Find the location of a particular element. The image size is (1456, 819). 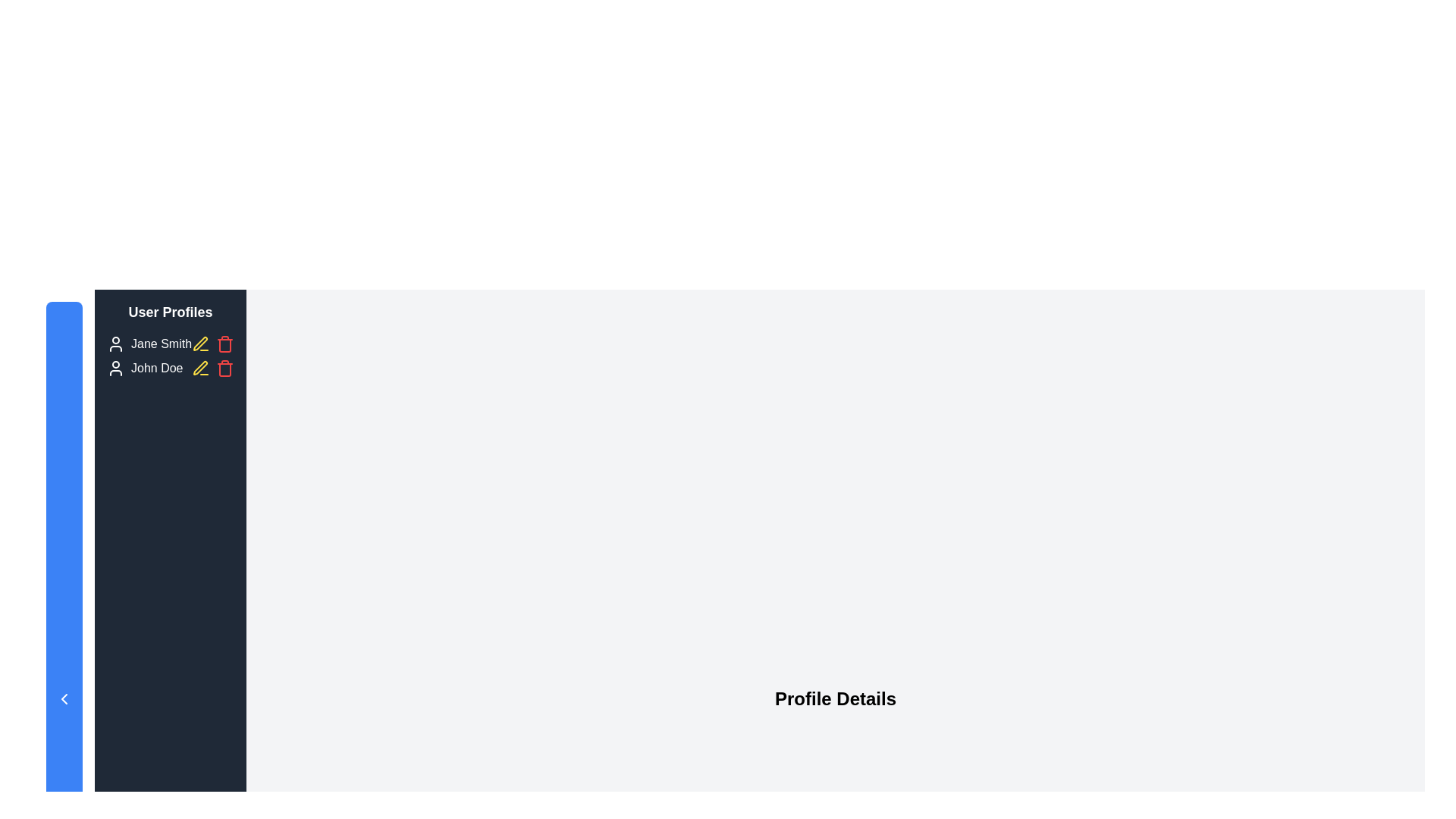

the 'User Profiles' text label located at the top of the dark sidebar to interact with adjacent interactive elements if necessary is located at coordinates (171, 312).